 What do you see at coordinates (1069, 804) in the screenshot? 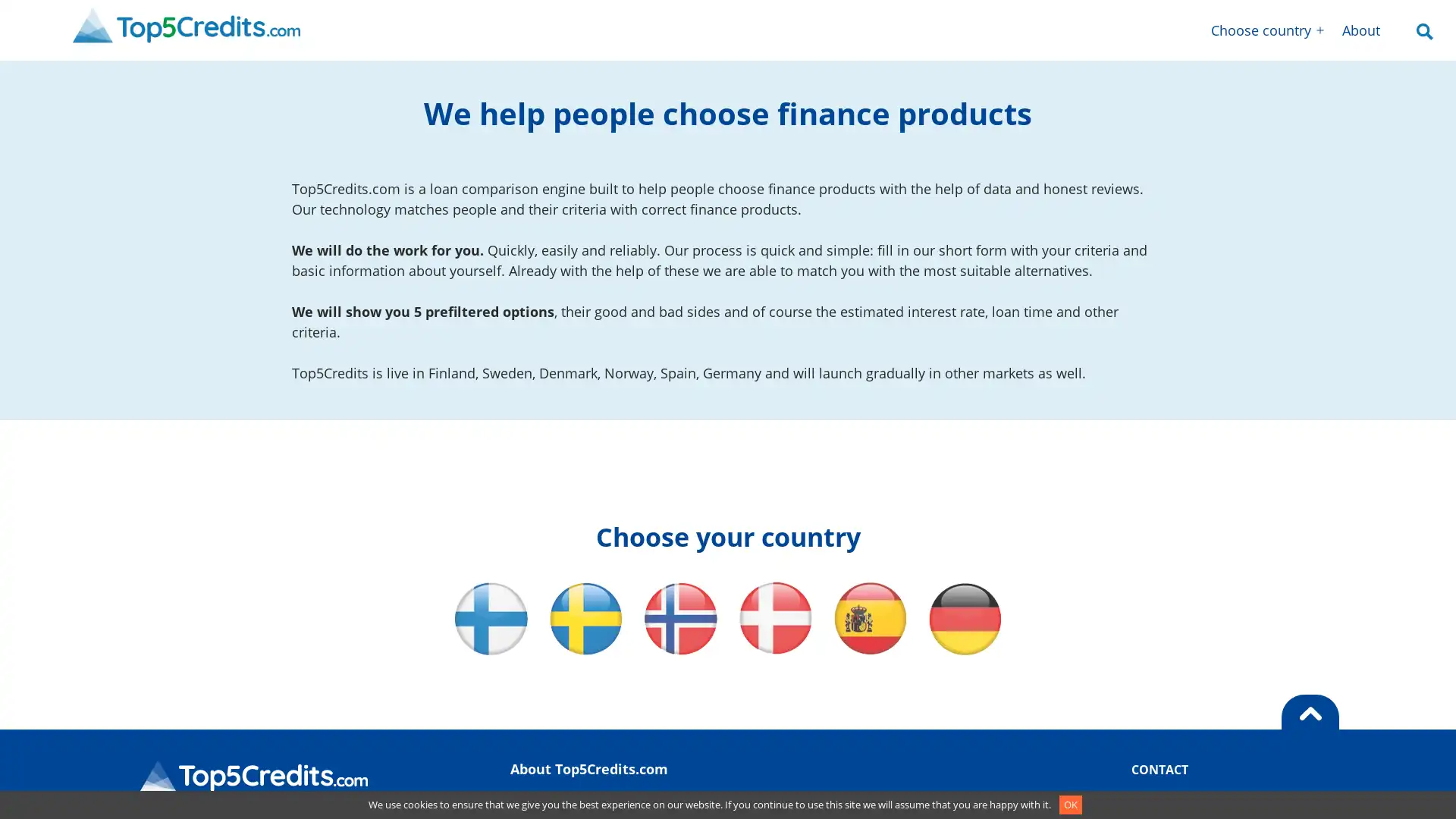
I see `OK` at bounding box center [1069, 804].